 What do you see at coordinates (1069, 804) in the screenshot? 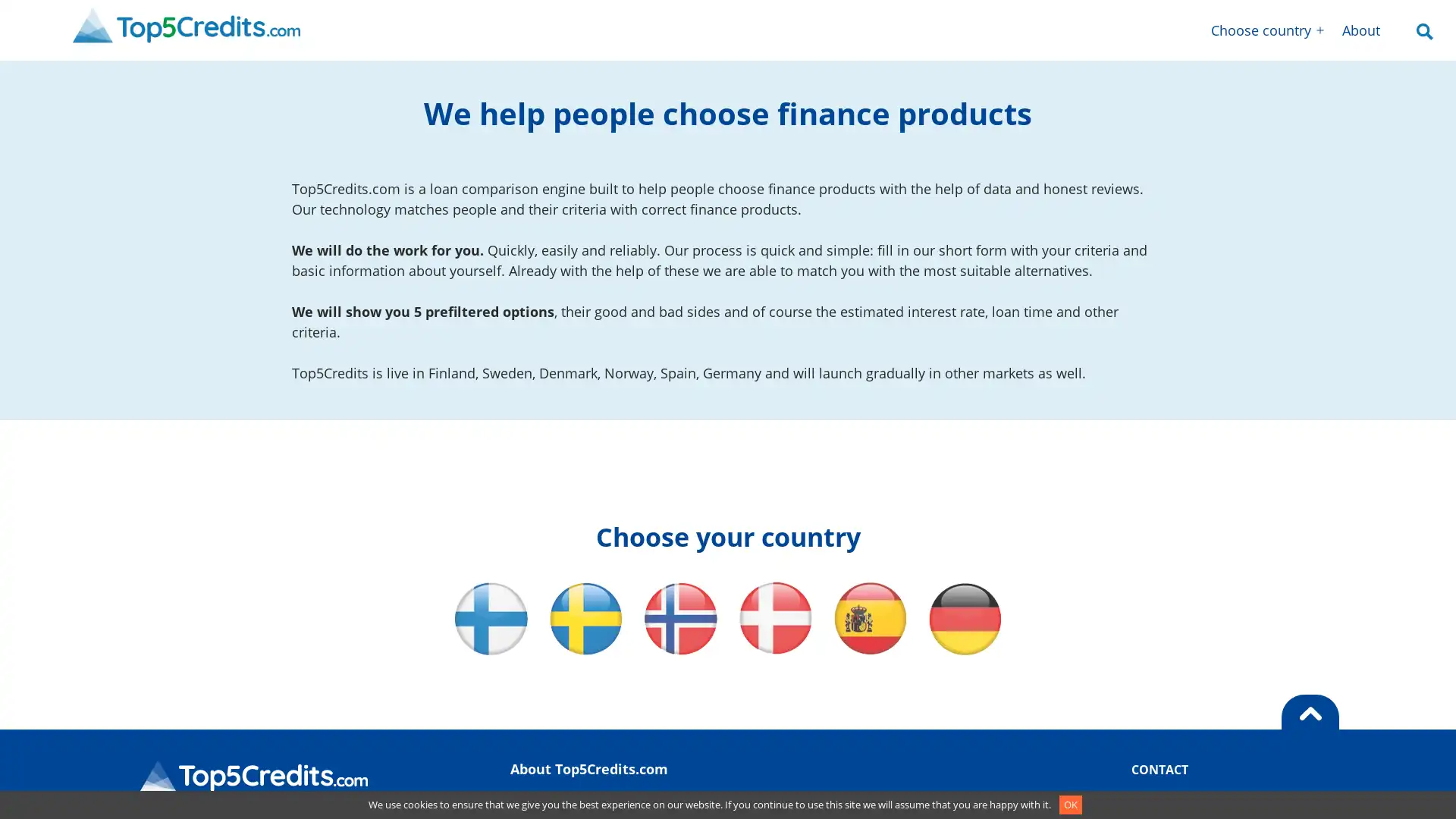
I see `OK` at bounding box center [1069, 804].